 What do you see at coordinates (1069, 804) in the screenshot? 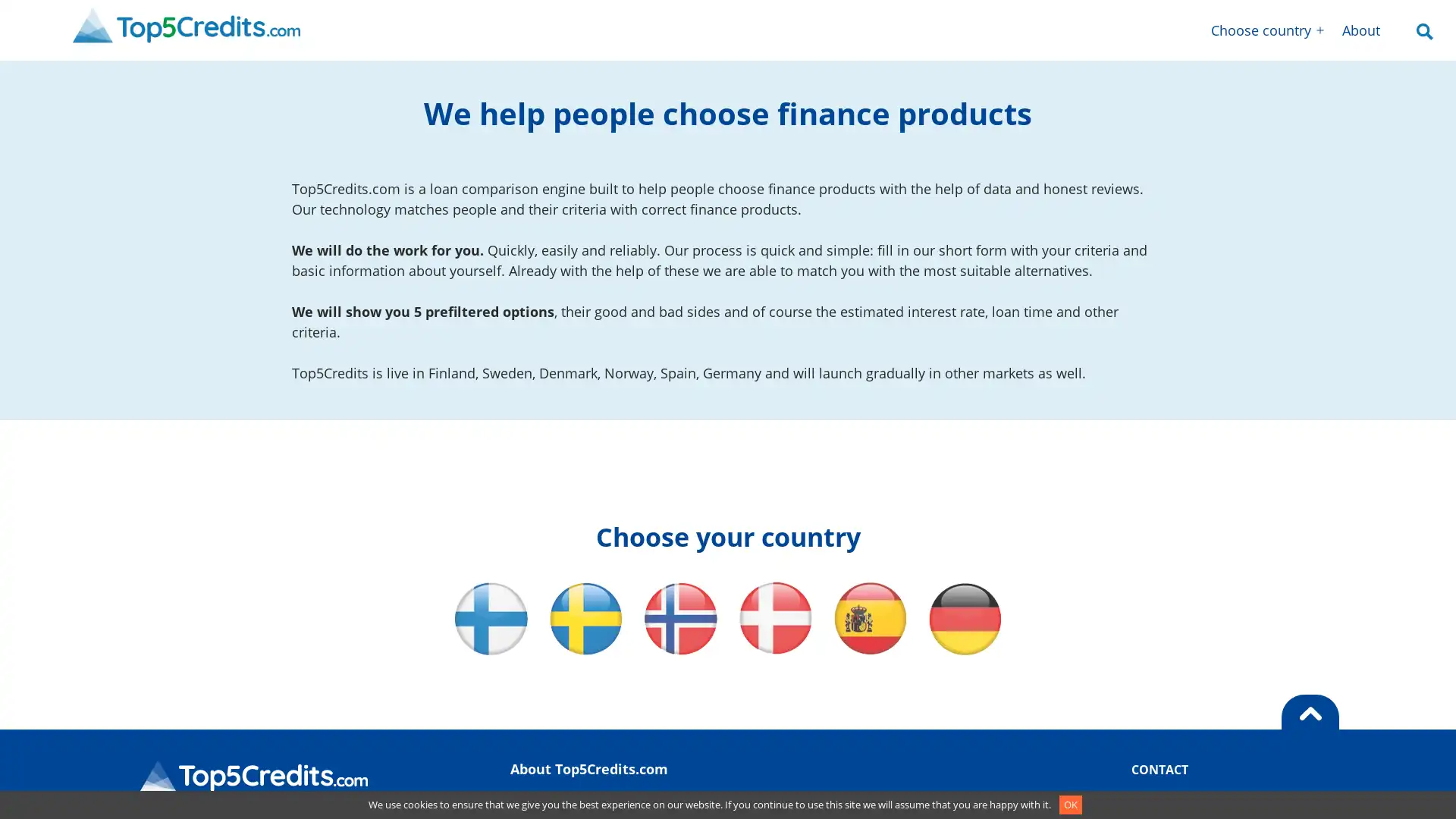
I see `OK` at bounding box center [1069, 804].